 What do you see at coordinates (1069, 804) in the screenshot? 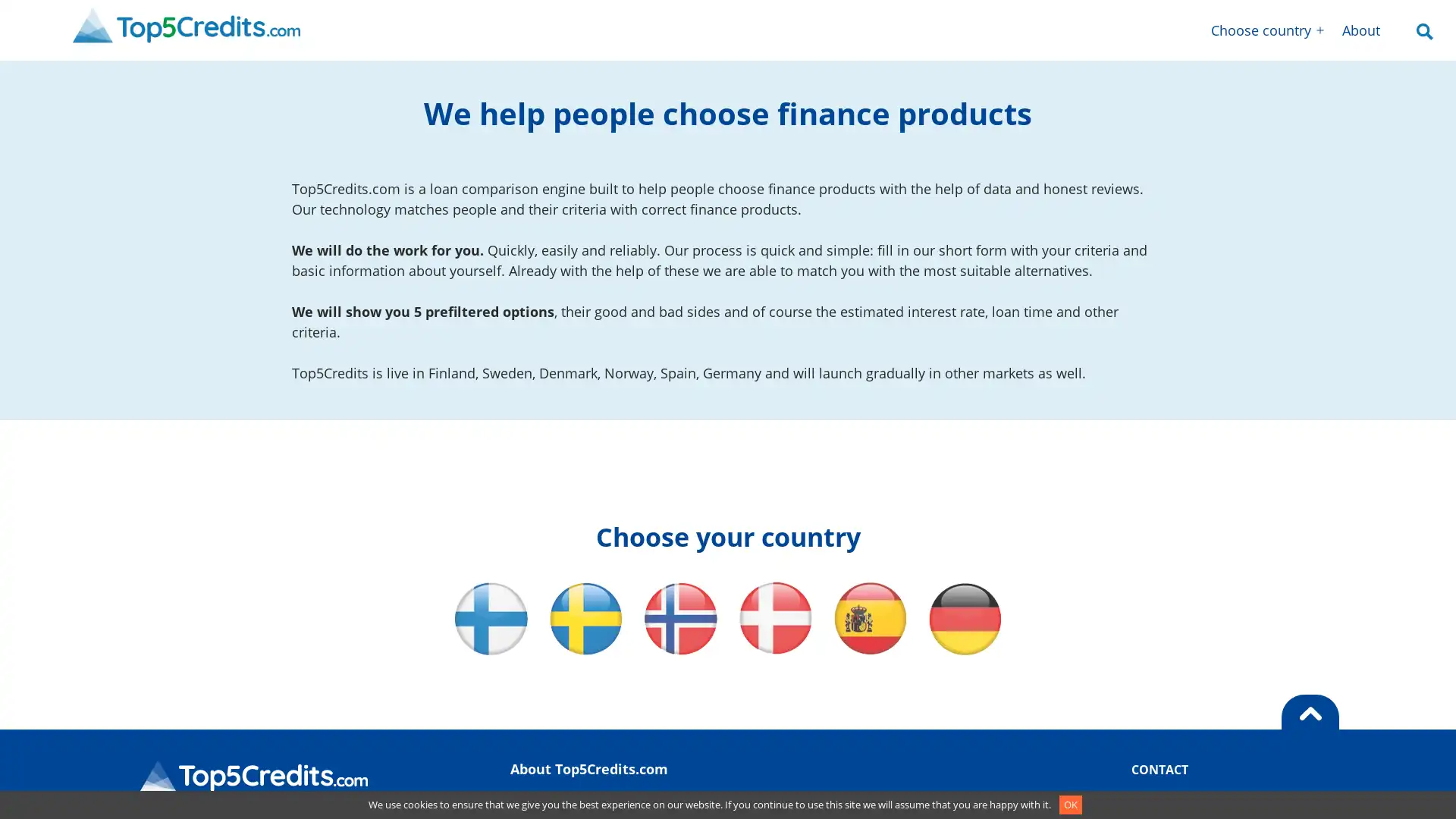
I see `OK` at bounding box center [1069, 804].